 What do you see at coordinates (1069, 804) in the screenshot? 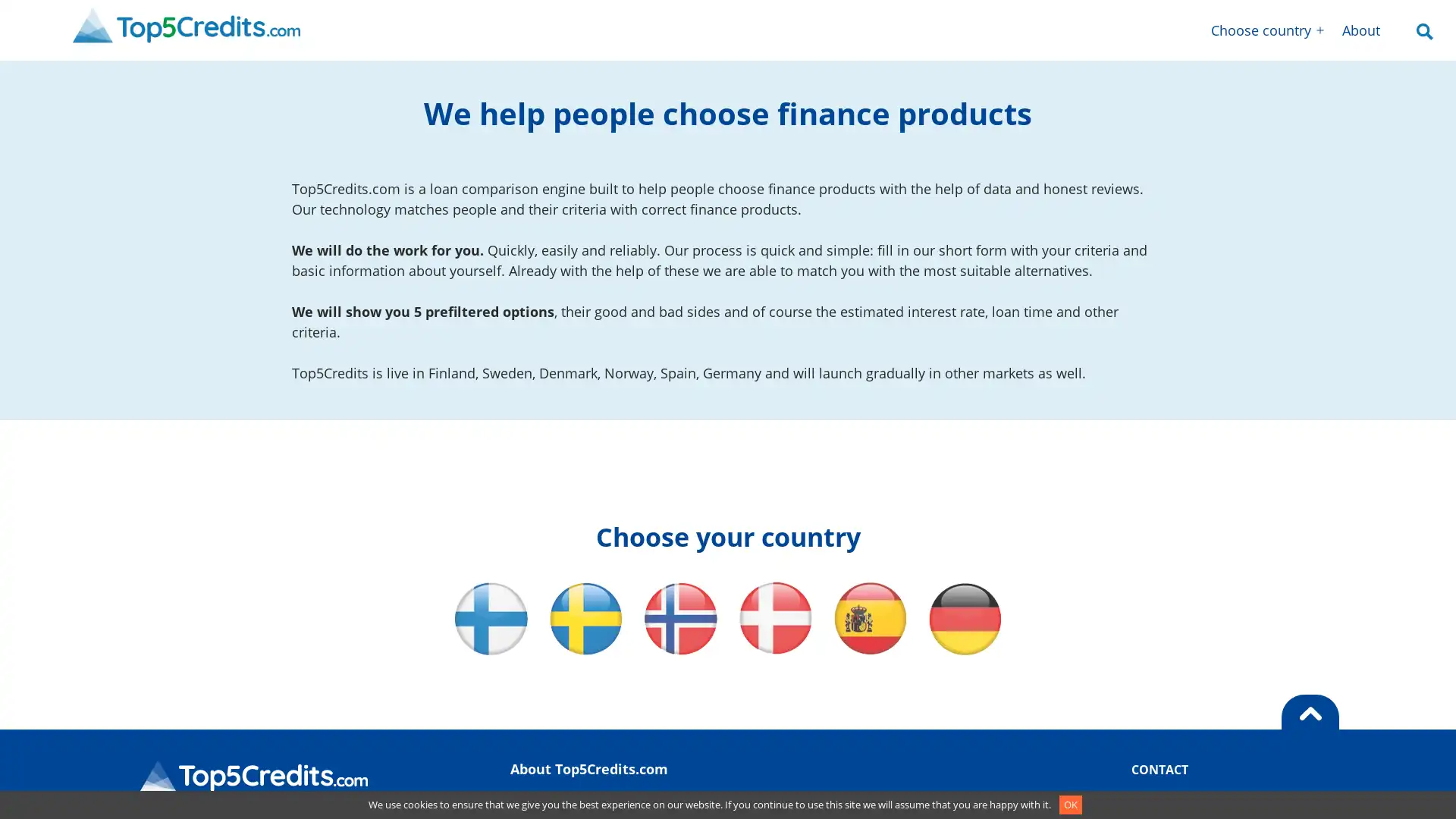
I see `OK` at bounding box center [1069, 804].